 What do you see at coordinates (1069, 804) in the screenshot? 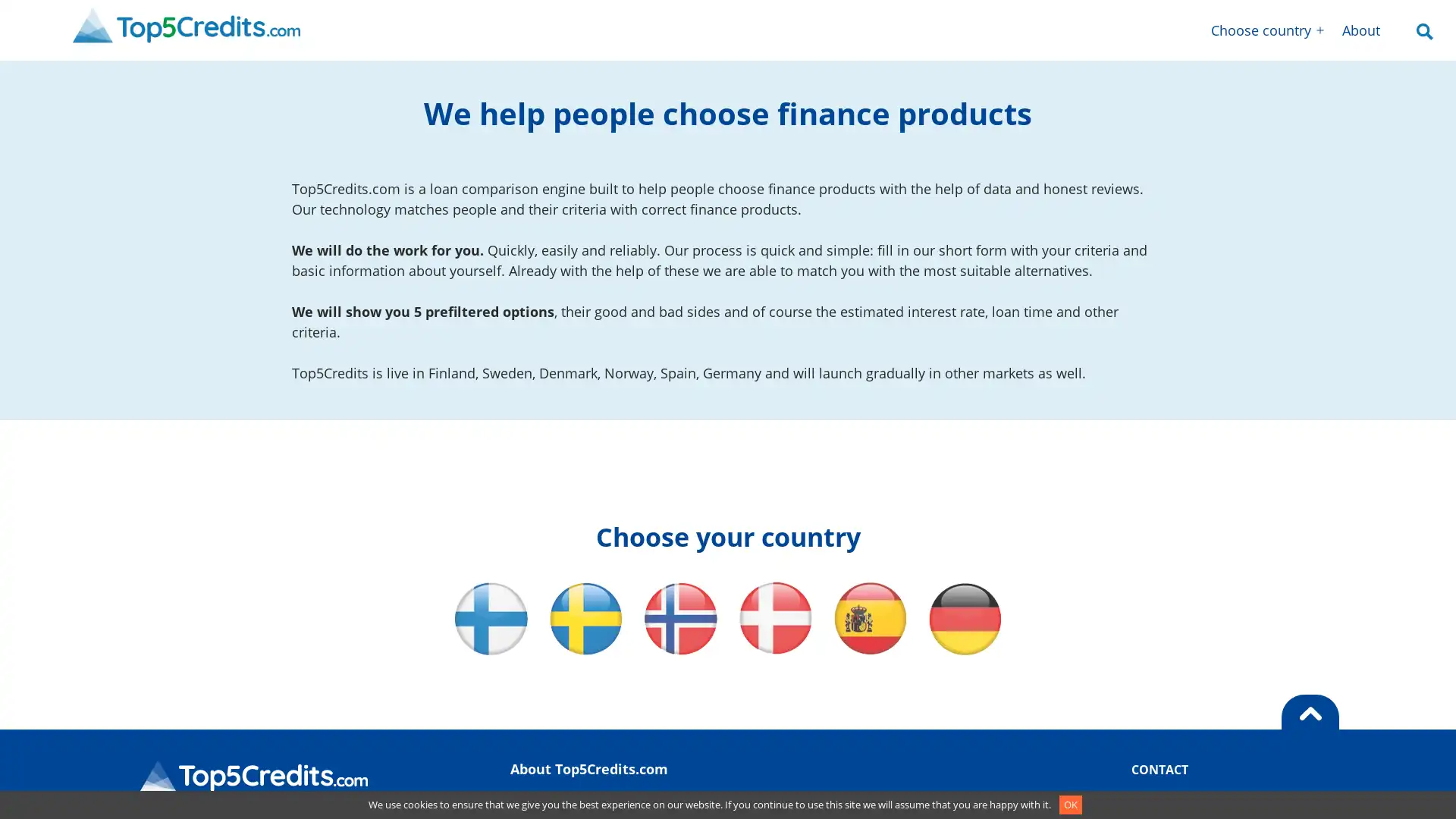
I see `OK` at bounding box center [1069, 804].